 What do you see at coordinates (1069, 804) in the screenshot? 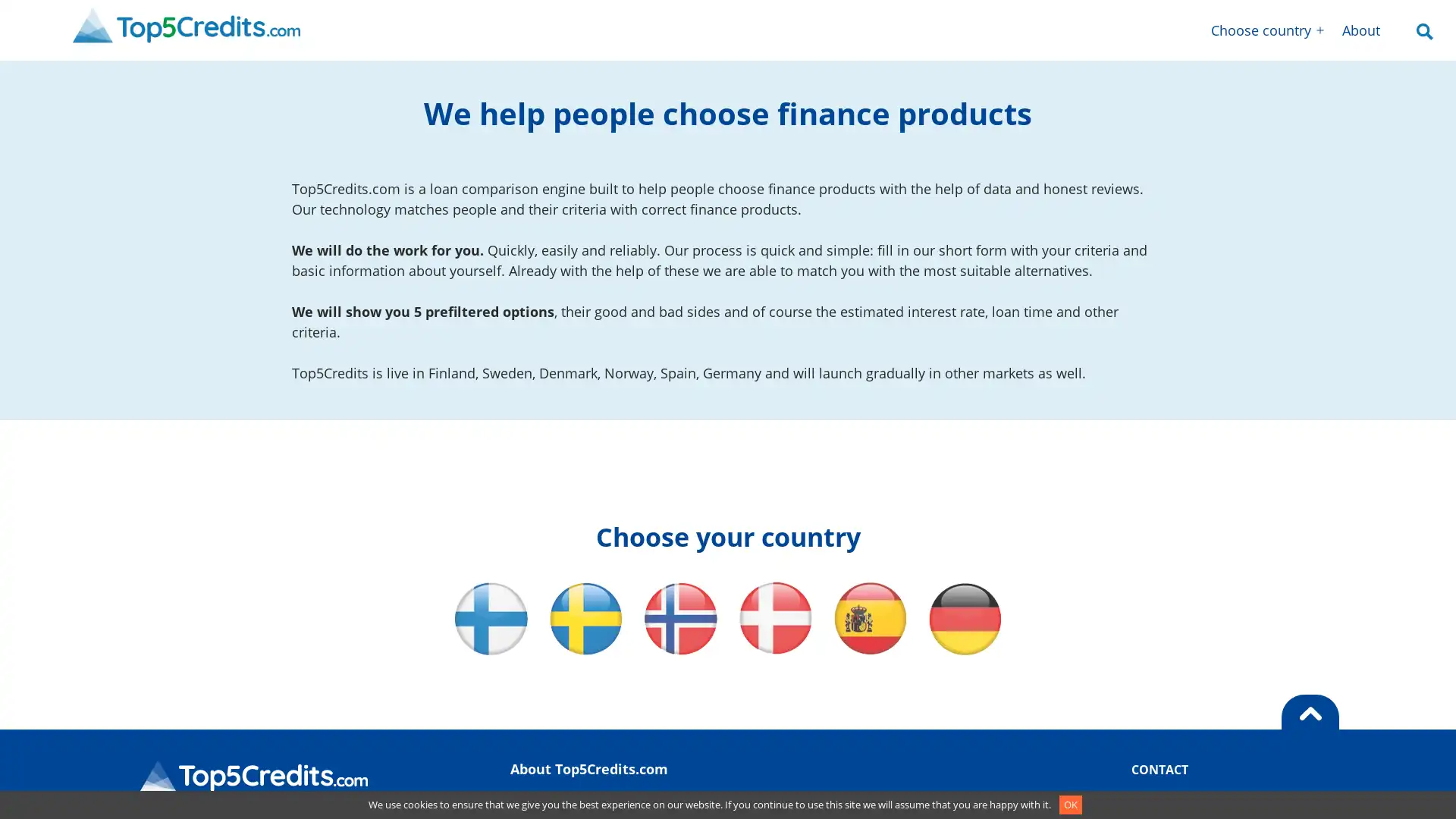
I see `OK` at bounding box center [1069, 804].